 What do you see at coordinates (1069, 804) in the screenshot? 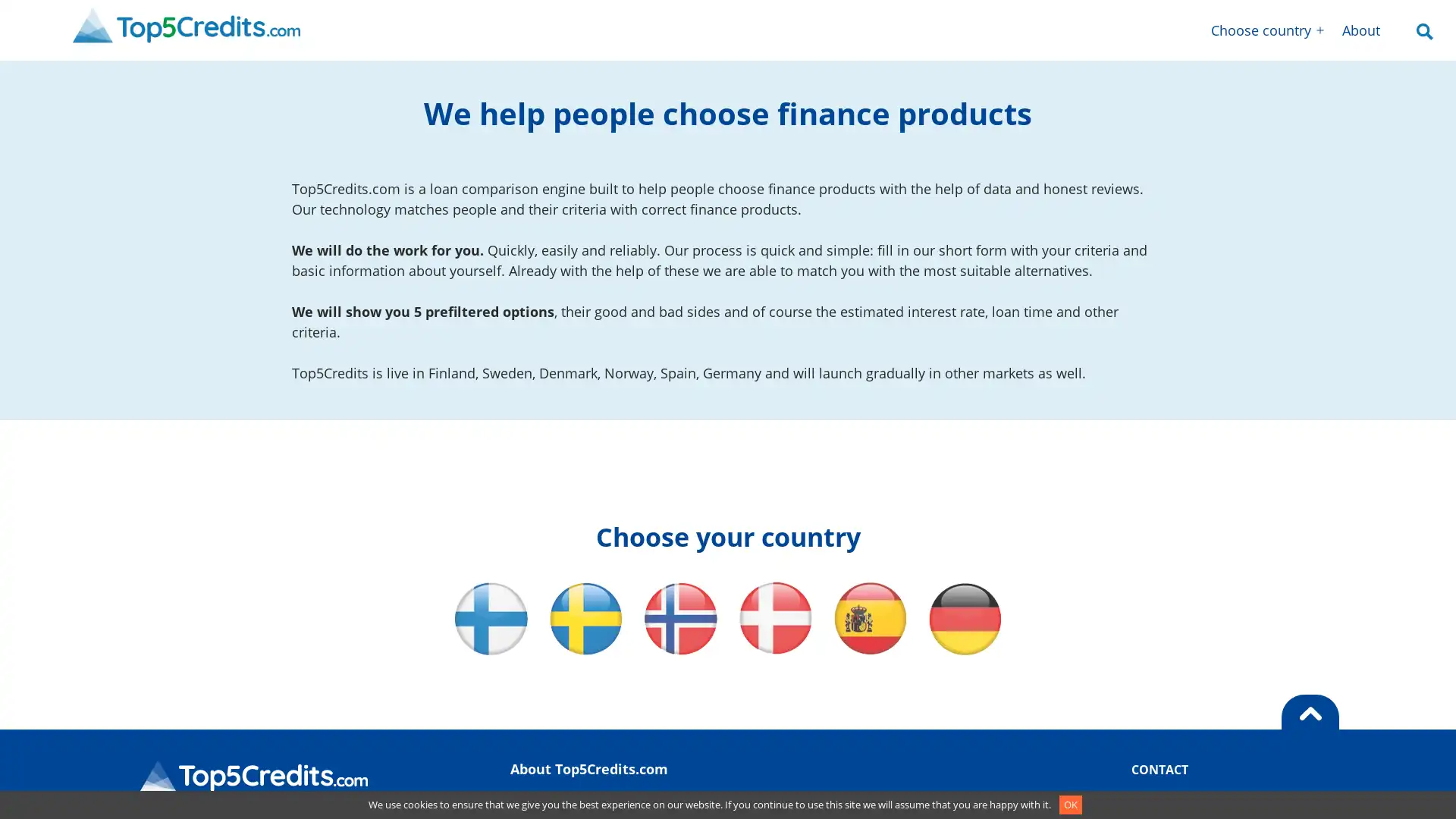
I see `OK` at bounding box center [1069, 804].